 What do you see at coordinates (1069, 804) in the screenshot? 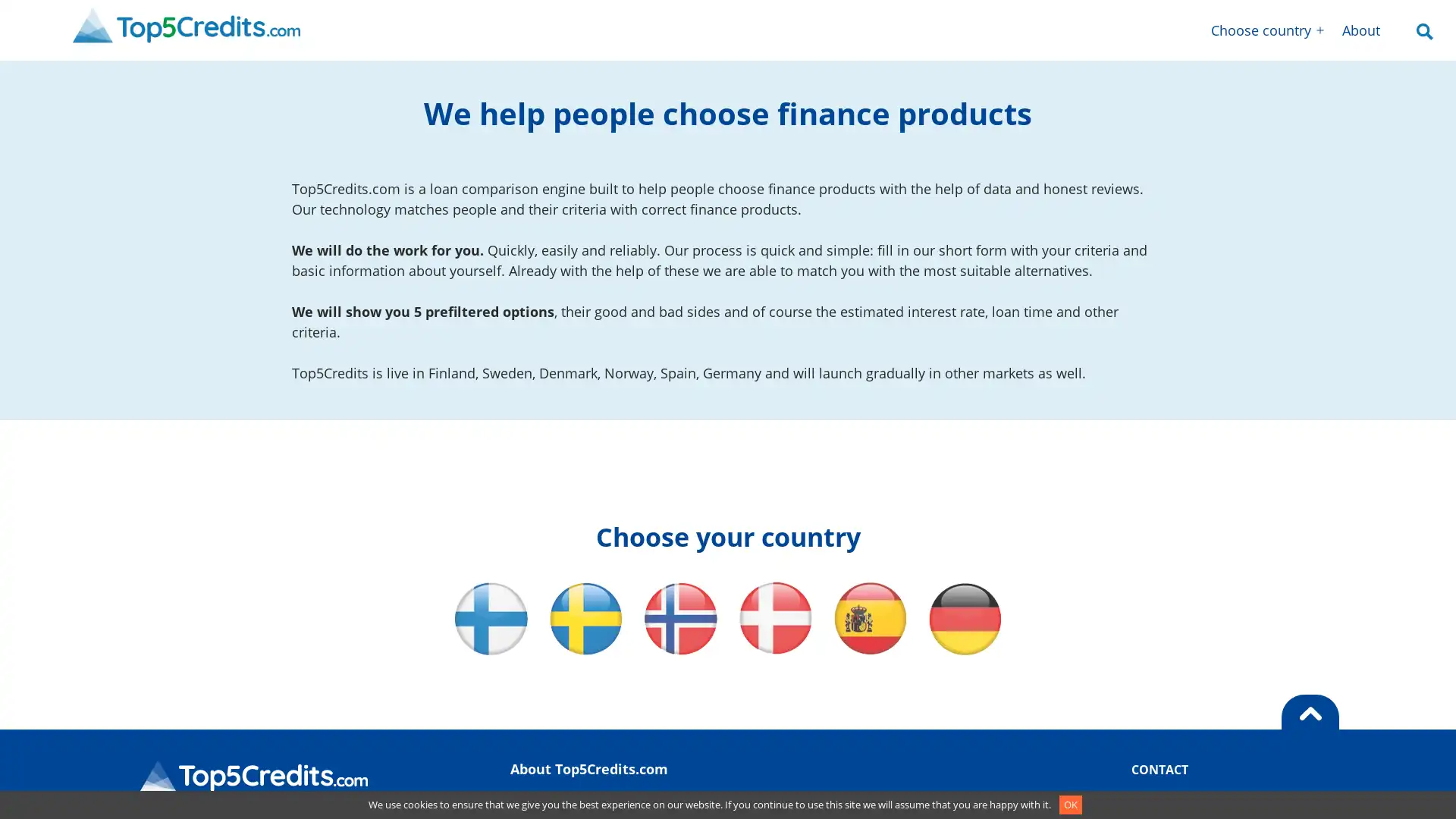
I see `OK` at bounding box center [1069, 804].